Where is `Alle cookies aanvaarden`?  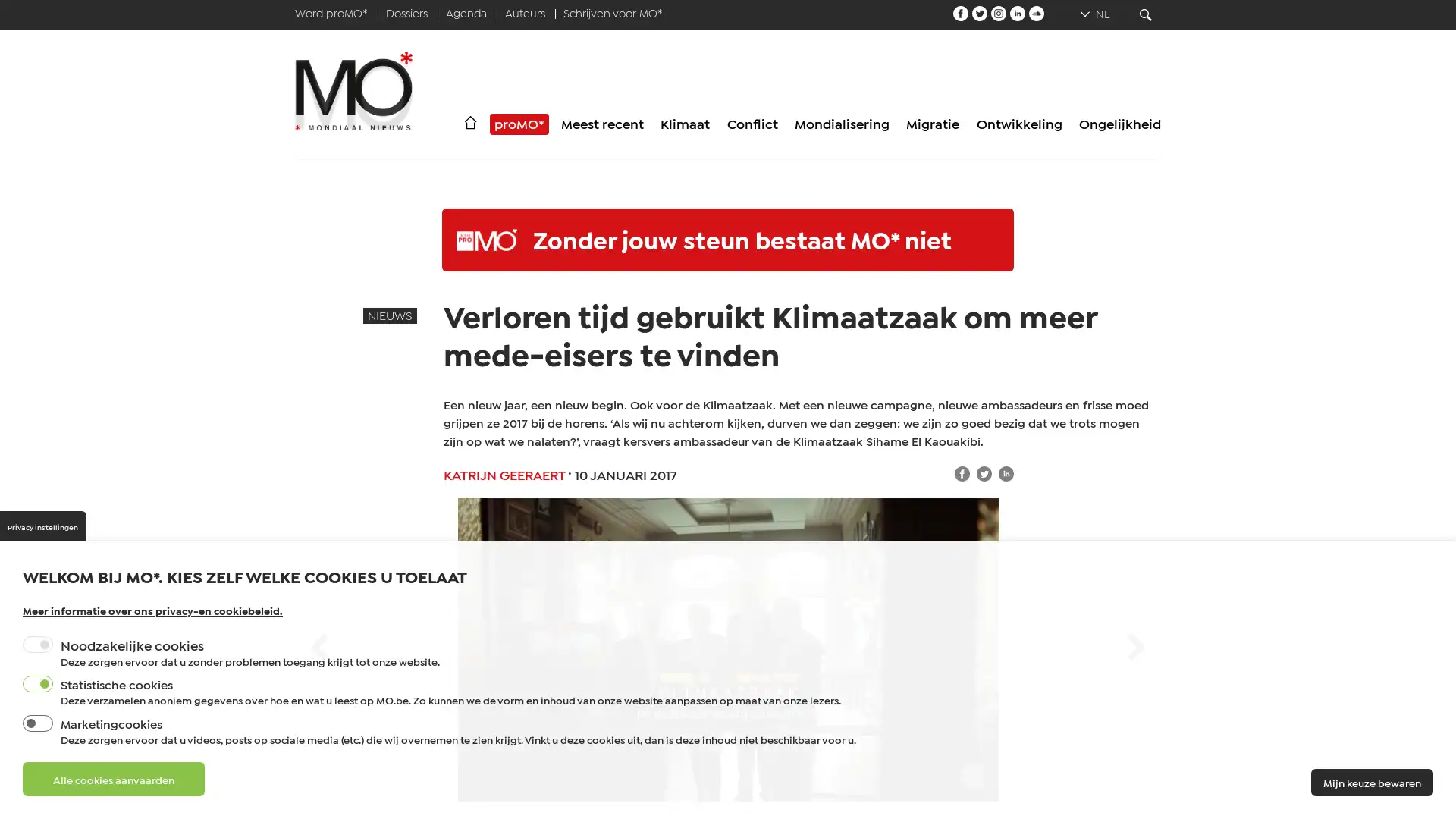 Alle cookies aanvaarden is located at coordinates (112, 778).